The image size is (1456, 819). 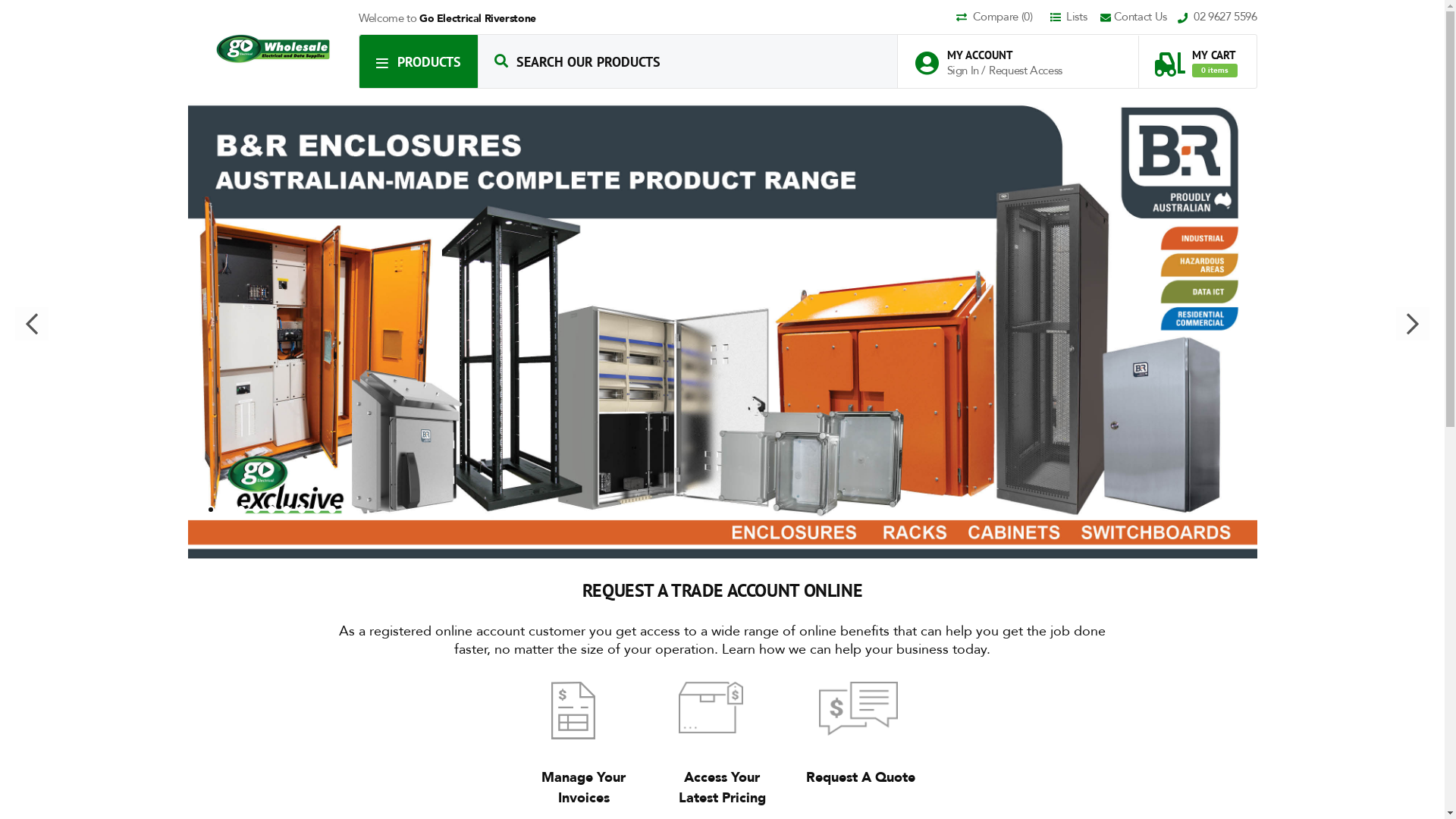 I want to click on '02 9627 5596', so click(x=1217, y=17).